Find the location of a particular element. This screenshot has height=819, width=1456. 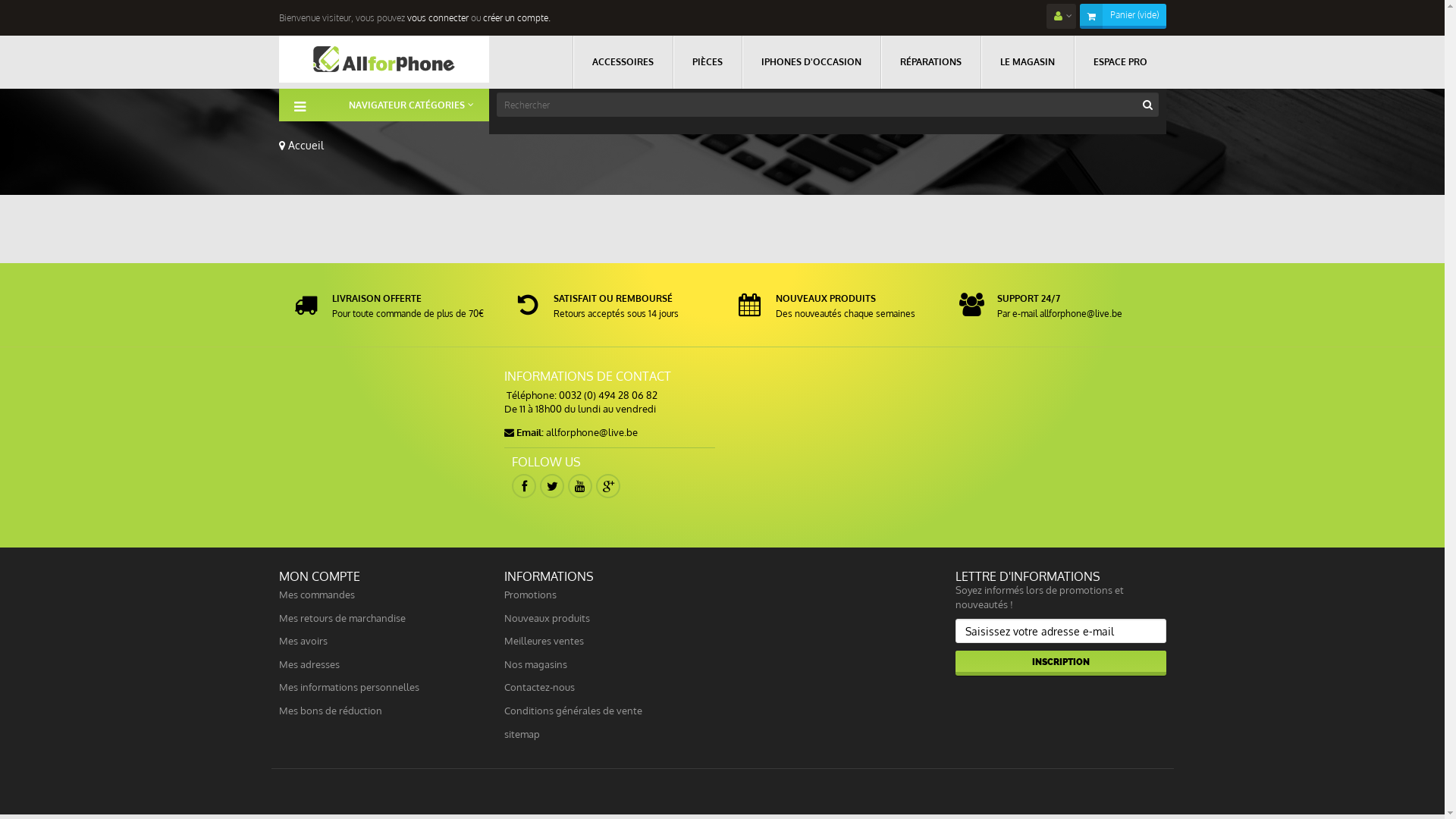

'Contactez-nous' is located at coordinates (539, 687).